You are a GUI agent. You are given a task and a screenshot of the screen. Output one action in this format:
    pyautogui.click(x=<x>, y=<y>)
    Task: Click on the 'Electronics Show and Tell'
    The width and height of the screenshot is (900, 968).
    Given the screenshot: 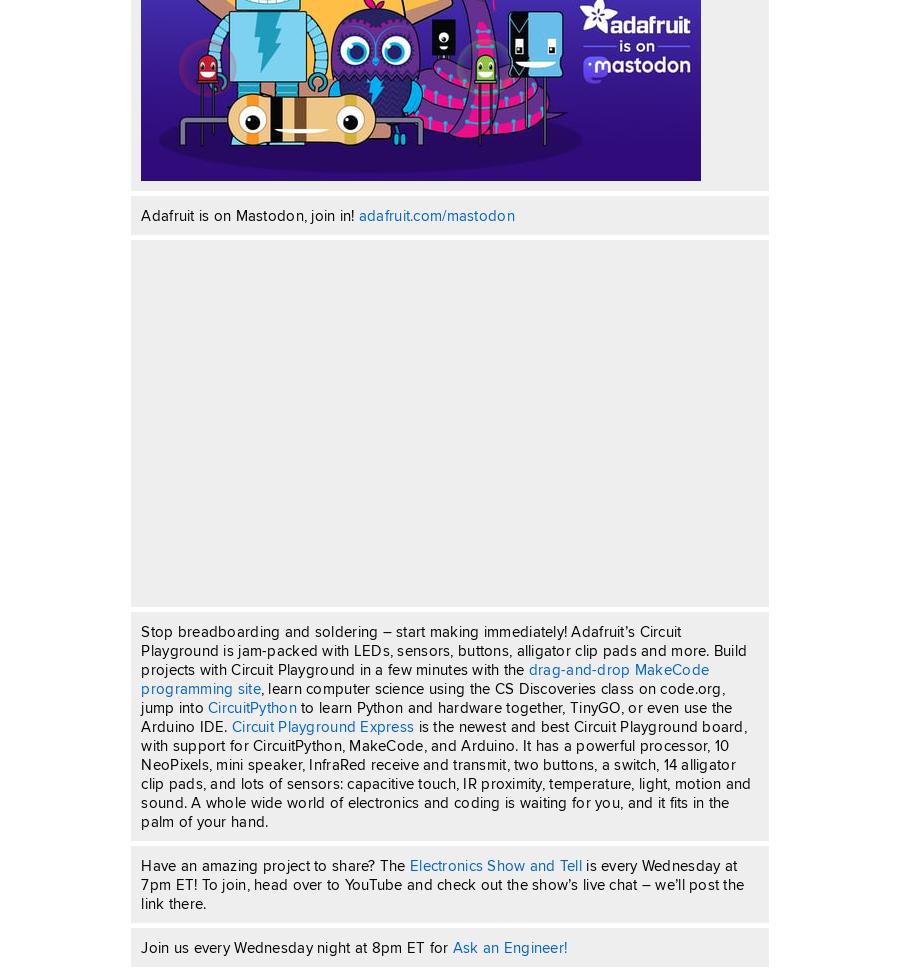 What is the action you would take?
    pyautogui.click(x=494, y=864)
    